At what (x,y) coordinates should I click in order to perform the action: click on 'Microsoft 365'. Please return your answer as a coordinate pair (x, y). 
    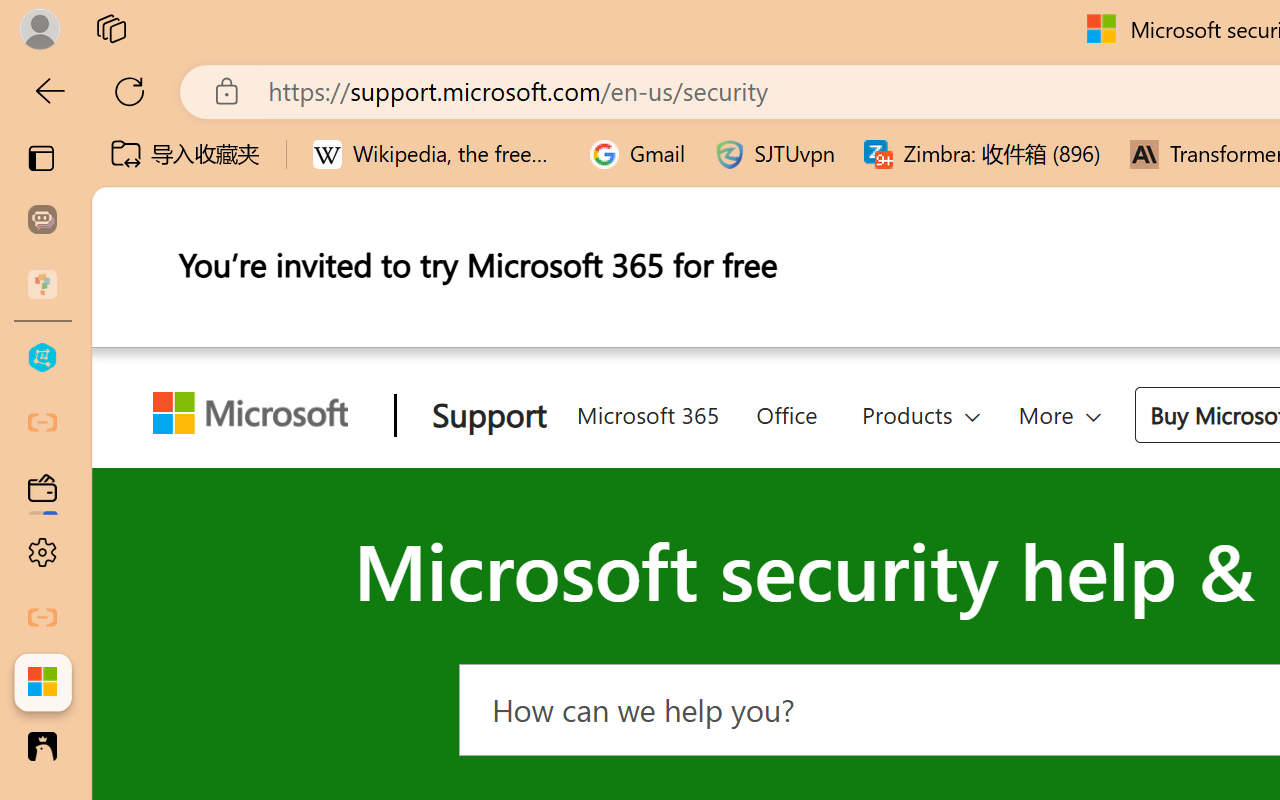
    Looking at the image, I should click on (647, 412).